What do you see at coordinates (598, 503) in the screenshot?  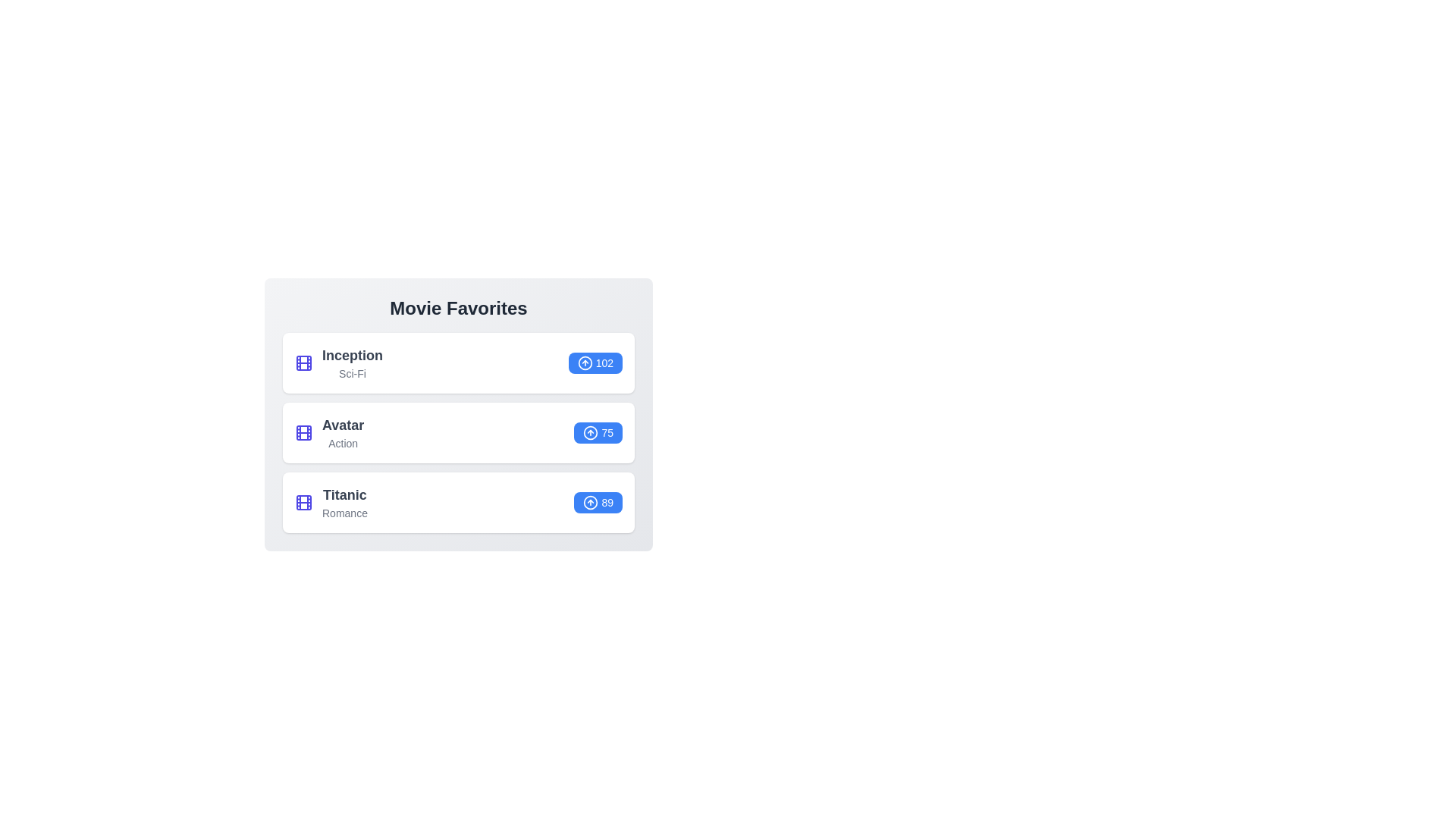 I see `vote button next to the movie Titanic to increment its vote count` at bounding box center [598, 503].